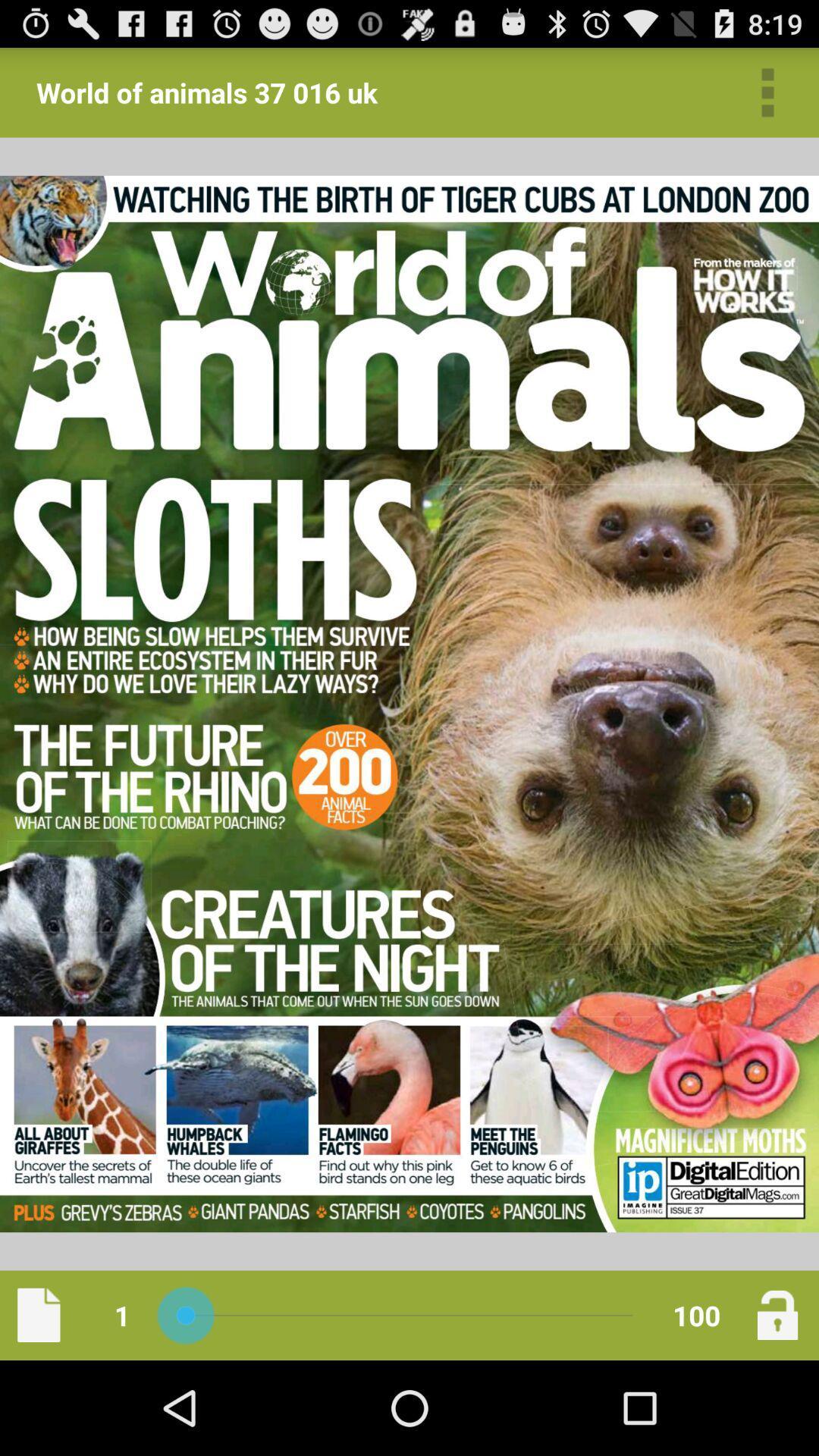 This screenshot has width=819, height=1456. I want to click on item next to the world of animals app, so click(767, 92).